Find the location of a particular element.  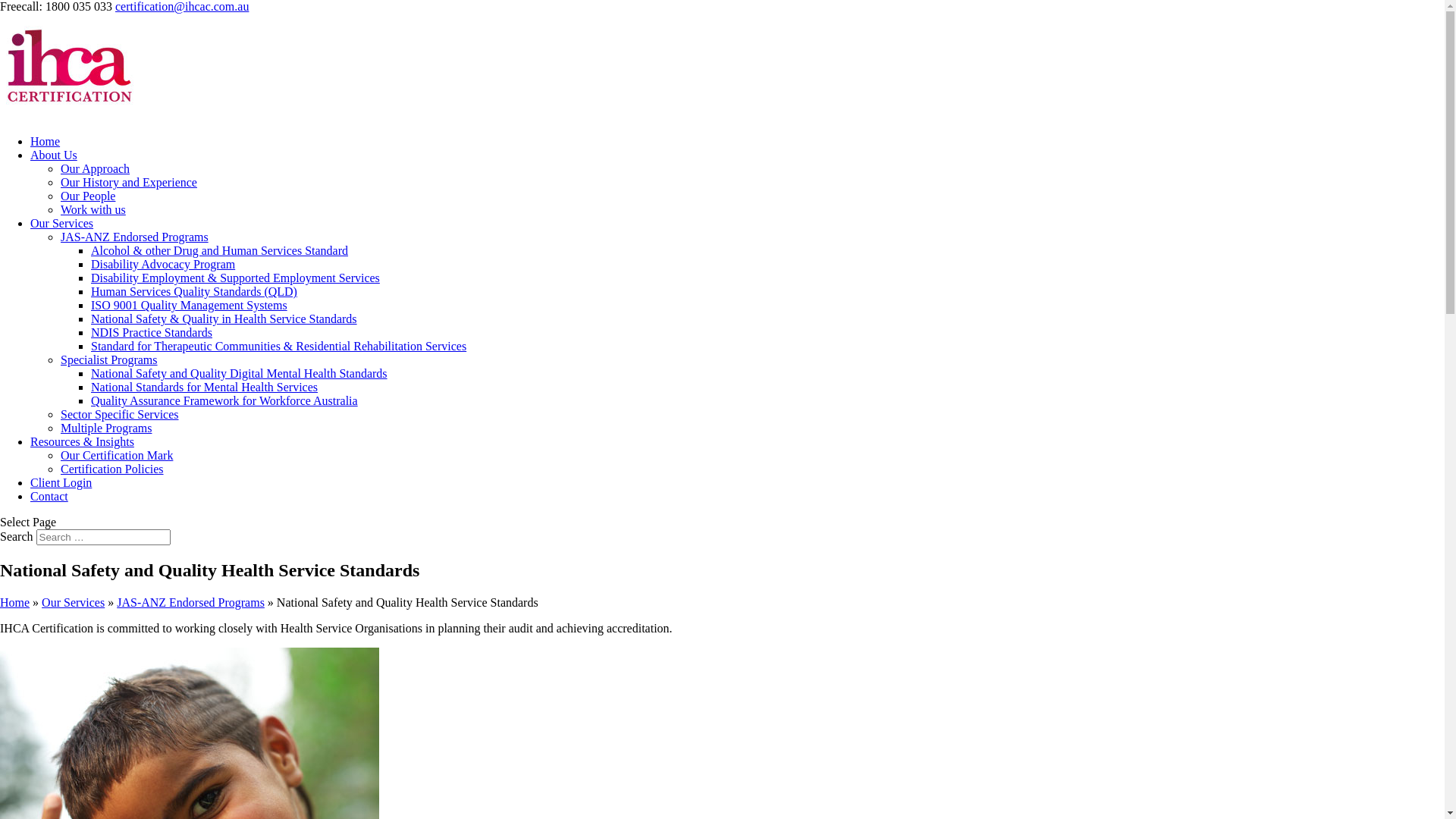

'Our Approach' is located at coordinates (94, 168).